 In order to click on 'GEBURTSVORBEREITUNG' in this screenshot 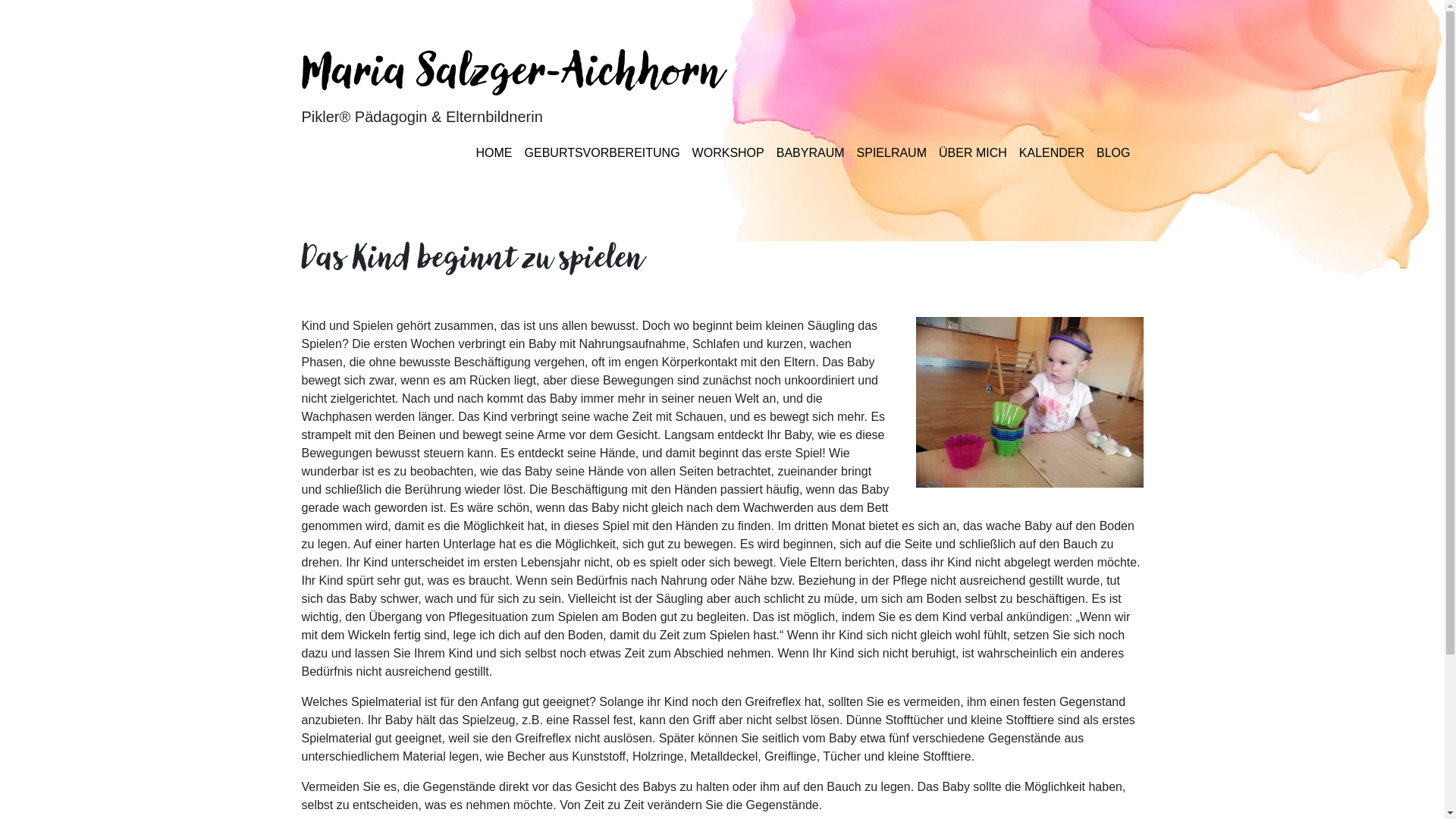, I will do `click(601, 152)`.